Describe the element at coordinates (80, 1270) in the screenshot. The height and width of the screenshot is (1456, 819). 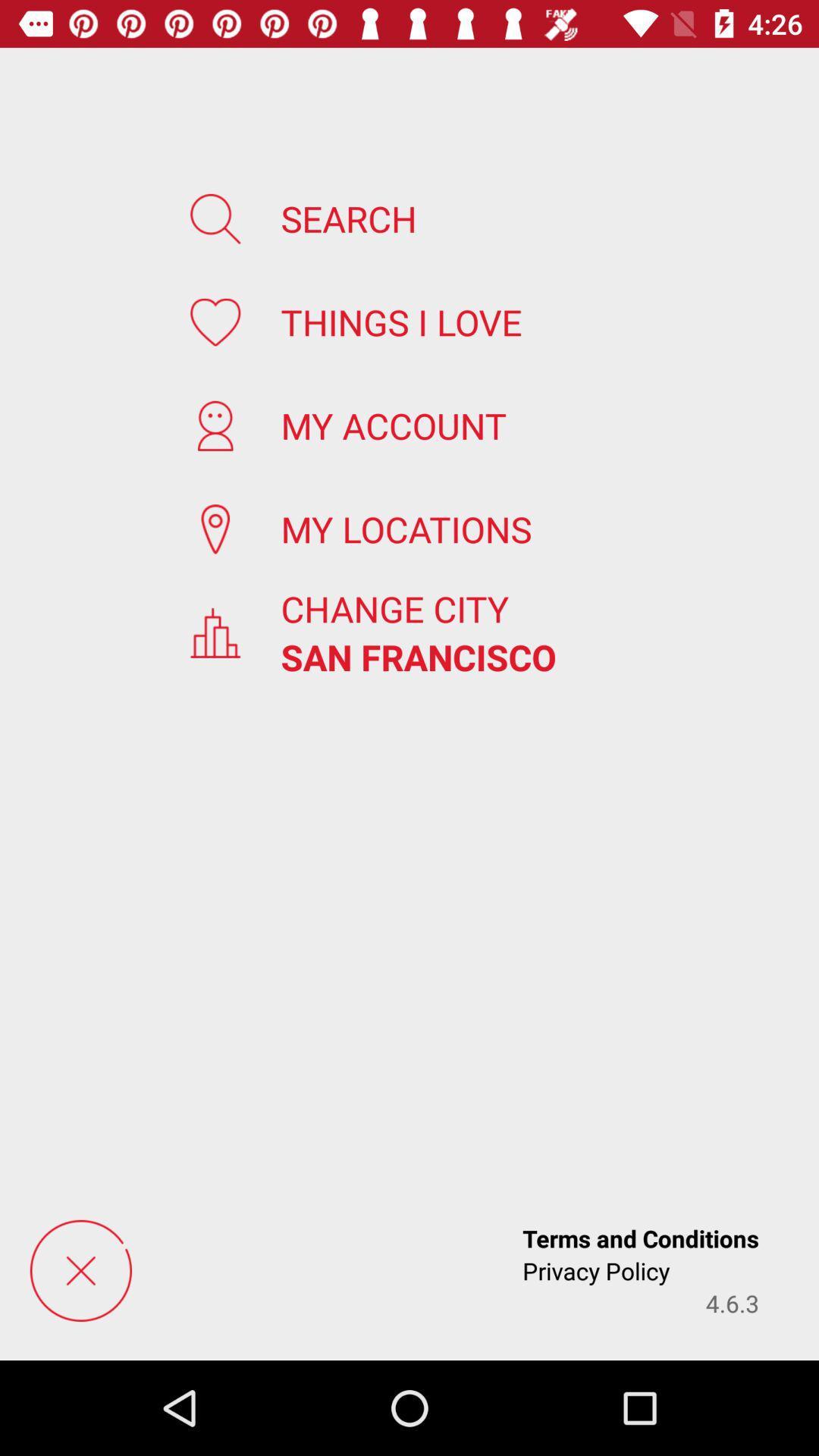
I see `cancel load` at that location.